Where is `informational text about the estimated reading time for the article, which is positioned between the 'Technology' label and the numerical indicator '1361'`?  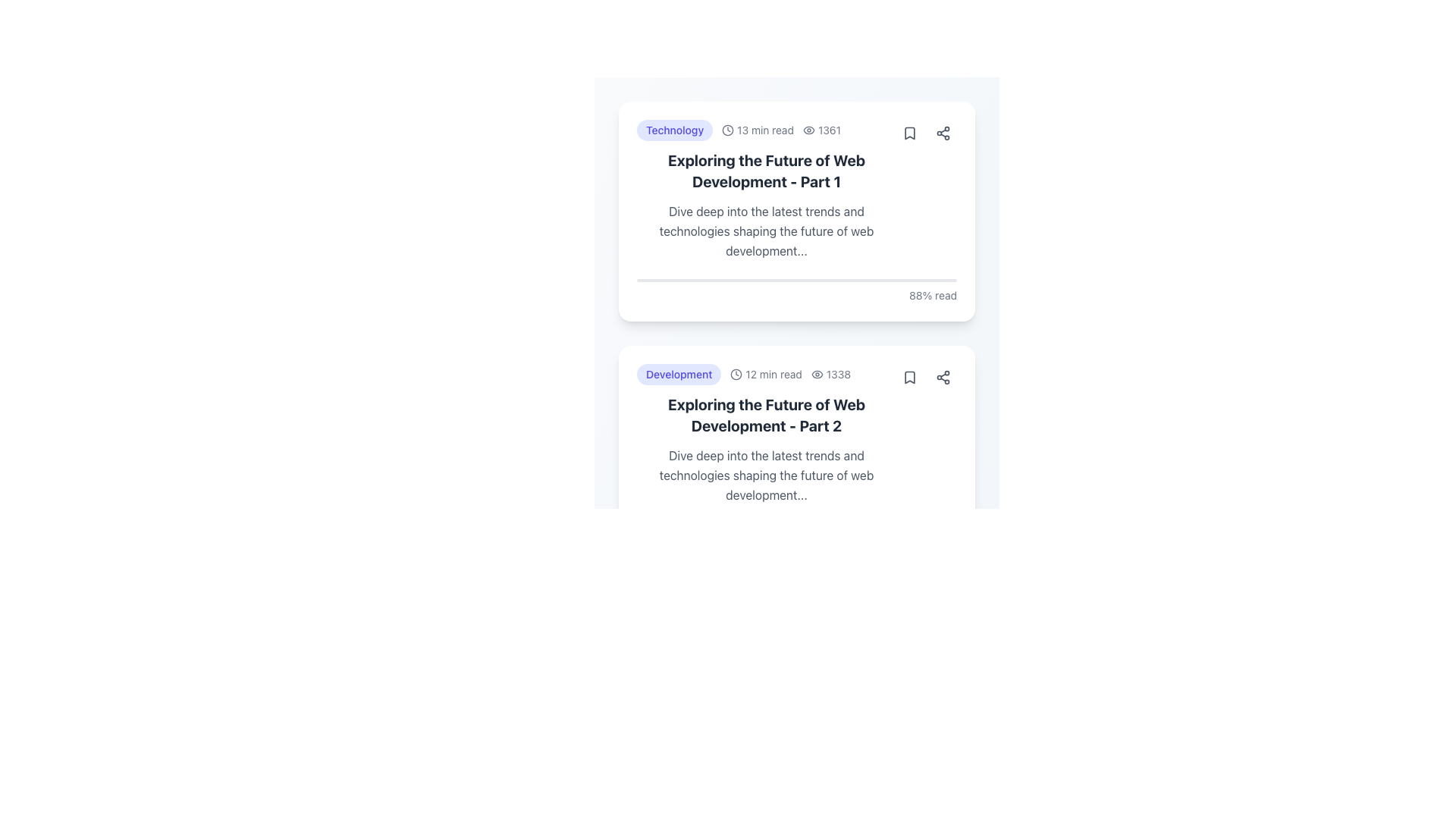 informational text about the estimated reading time for the article, which is positioned between the 'Technology' label and the numerical indicator '1361' is located at coordinates (758, 130).